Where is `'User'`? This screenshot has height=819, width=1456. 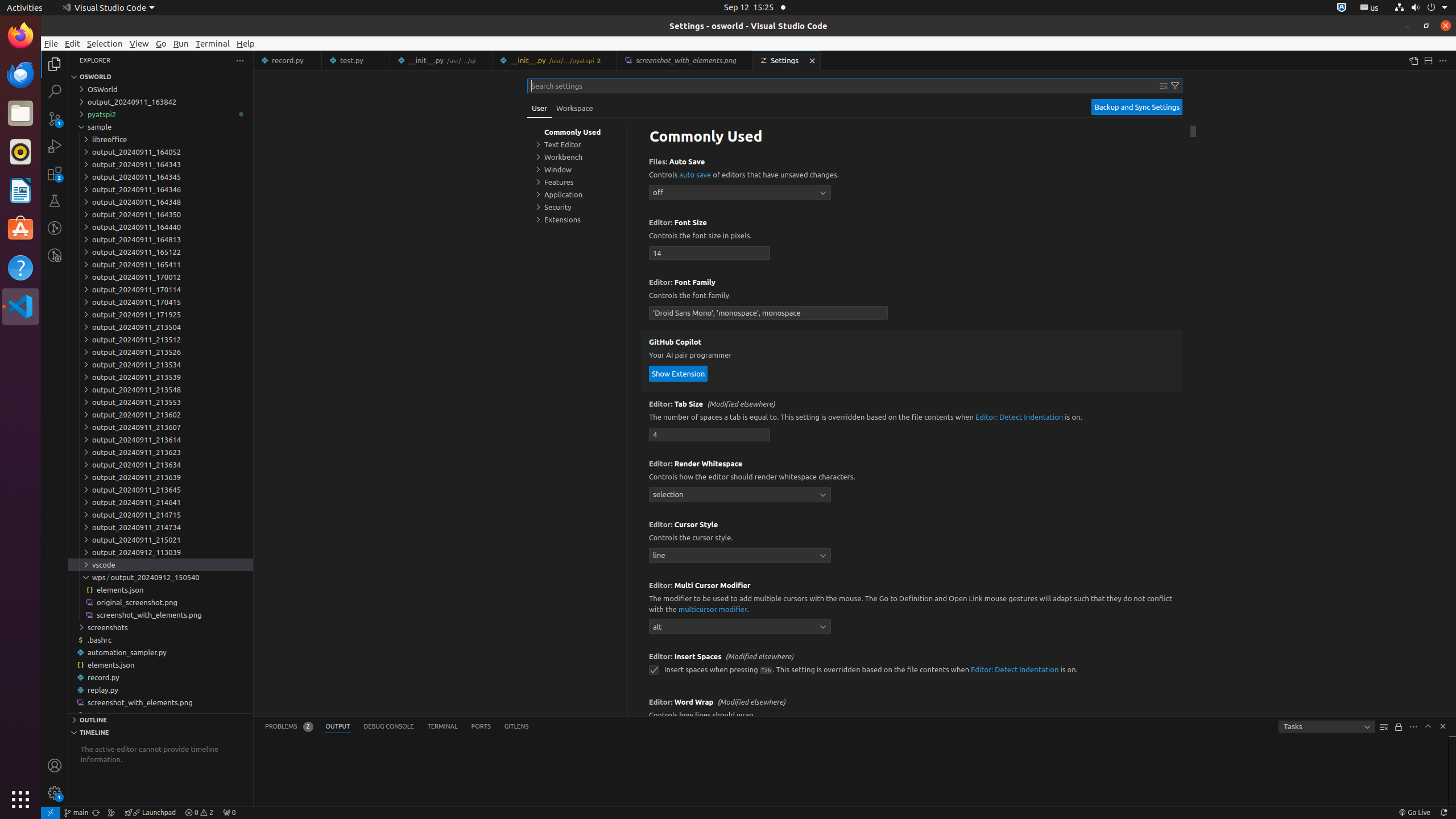 'User' is located at coordinates (539, 107).